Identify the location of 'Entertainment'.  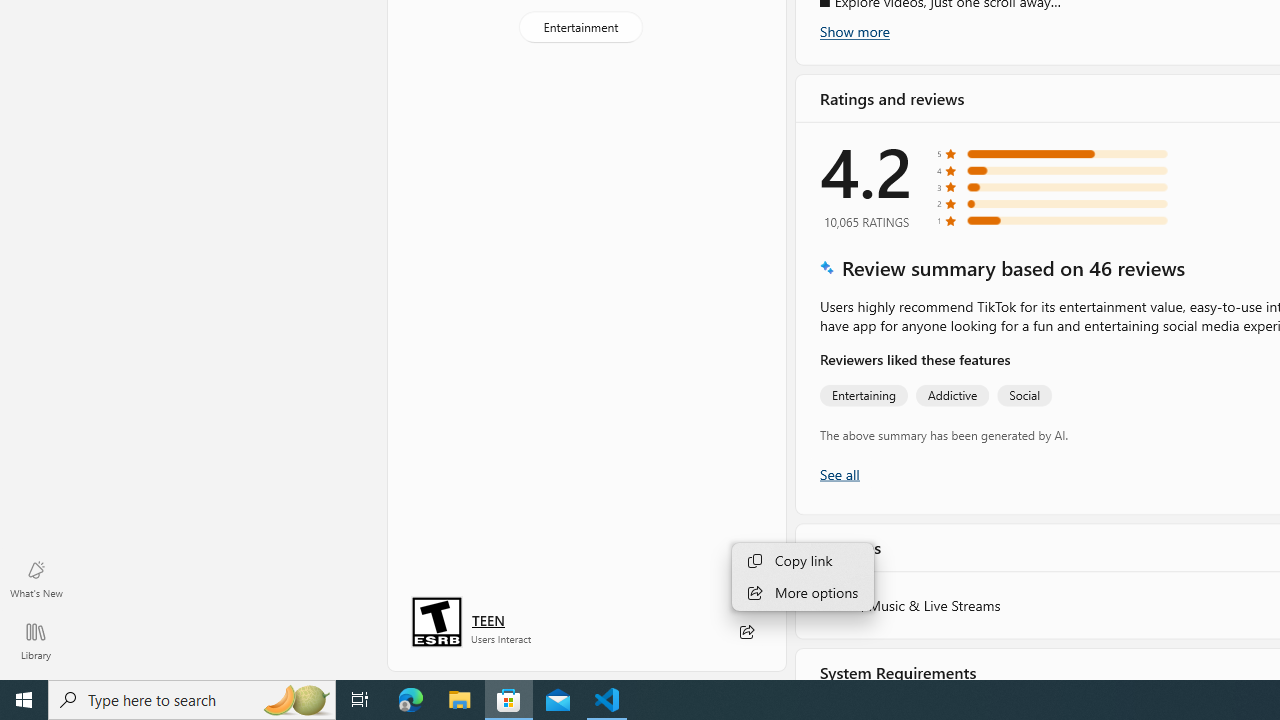
(579, 27).